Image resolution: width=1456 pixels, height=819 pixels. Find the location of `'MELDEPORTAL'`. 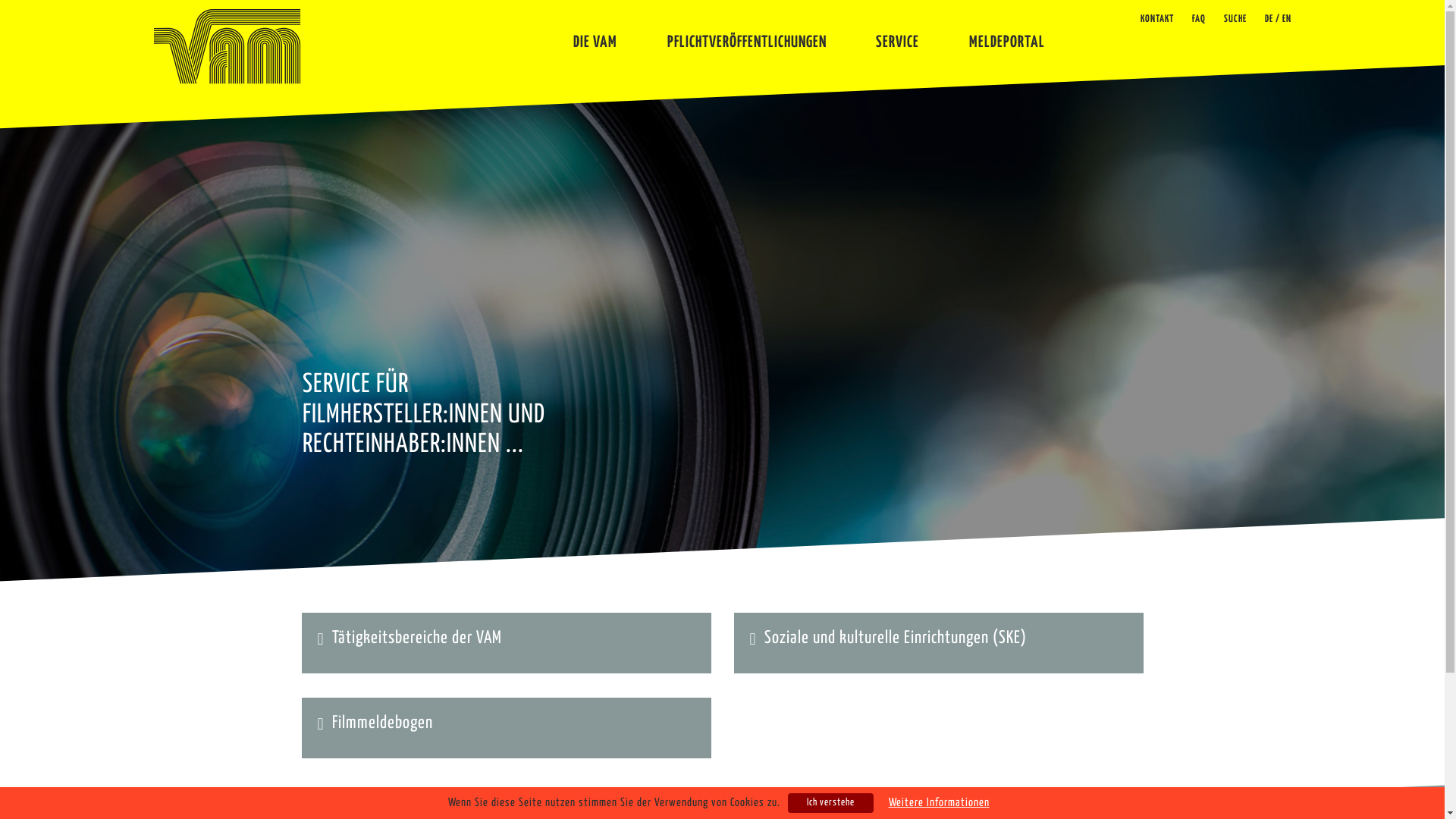

'MELDEPORTAL' is located at coordinates (968, 36).